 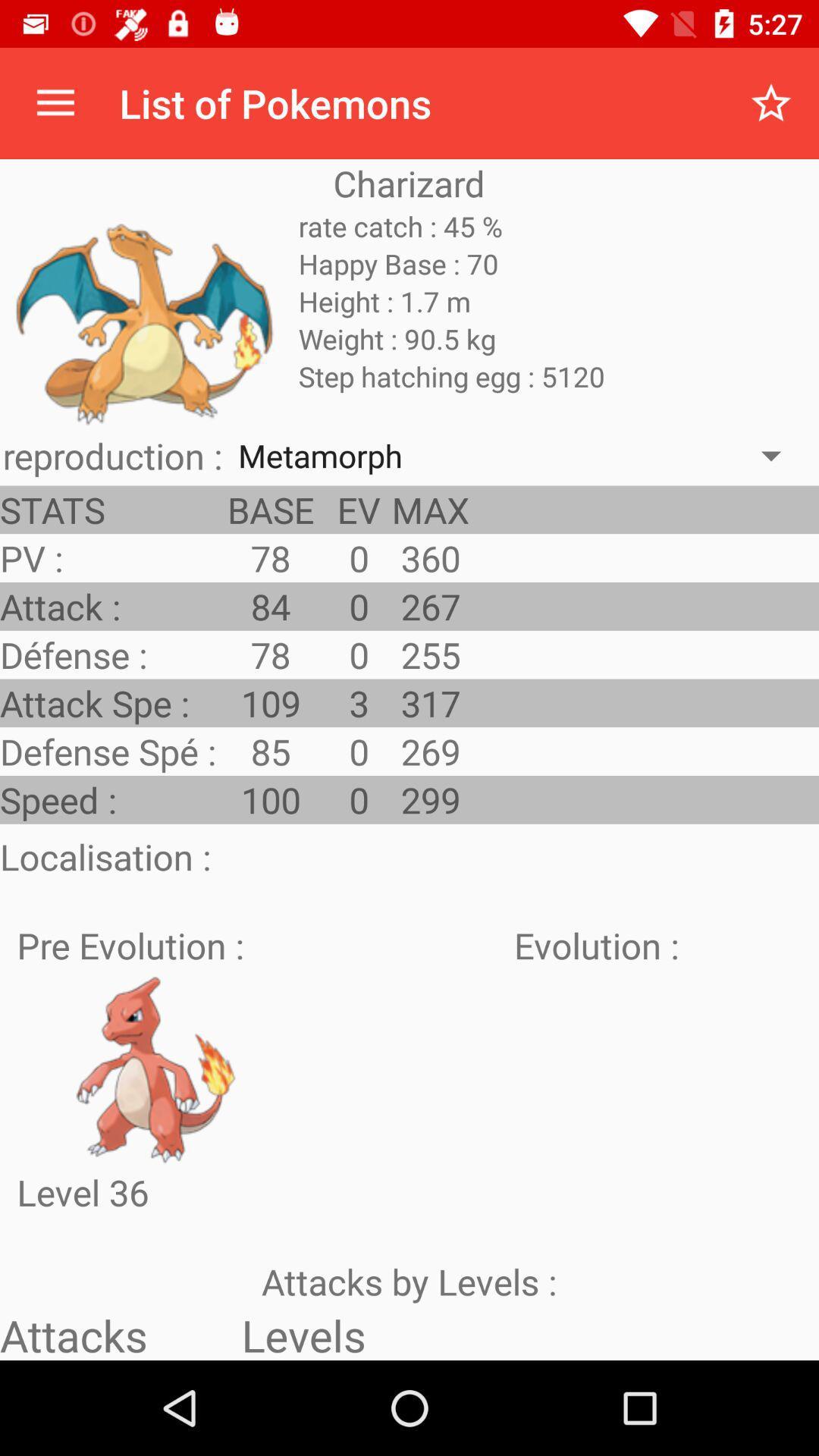 I want to click on content picture, so click(x=155, y=1068).